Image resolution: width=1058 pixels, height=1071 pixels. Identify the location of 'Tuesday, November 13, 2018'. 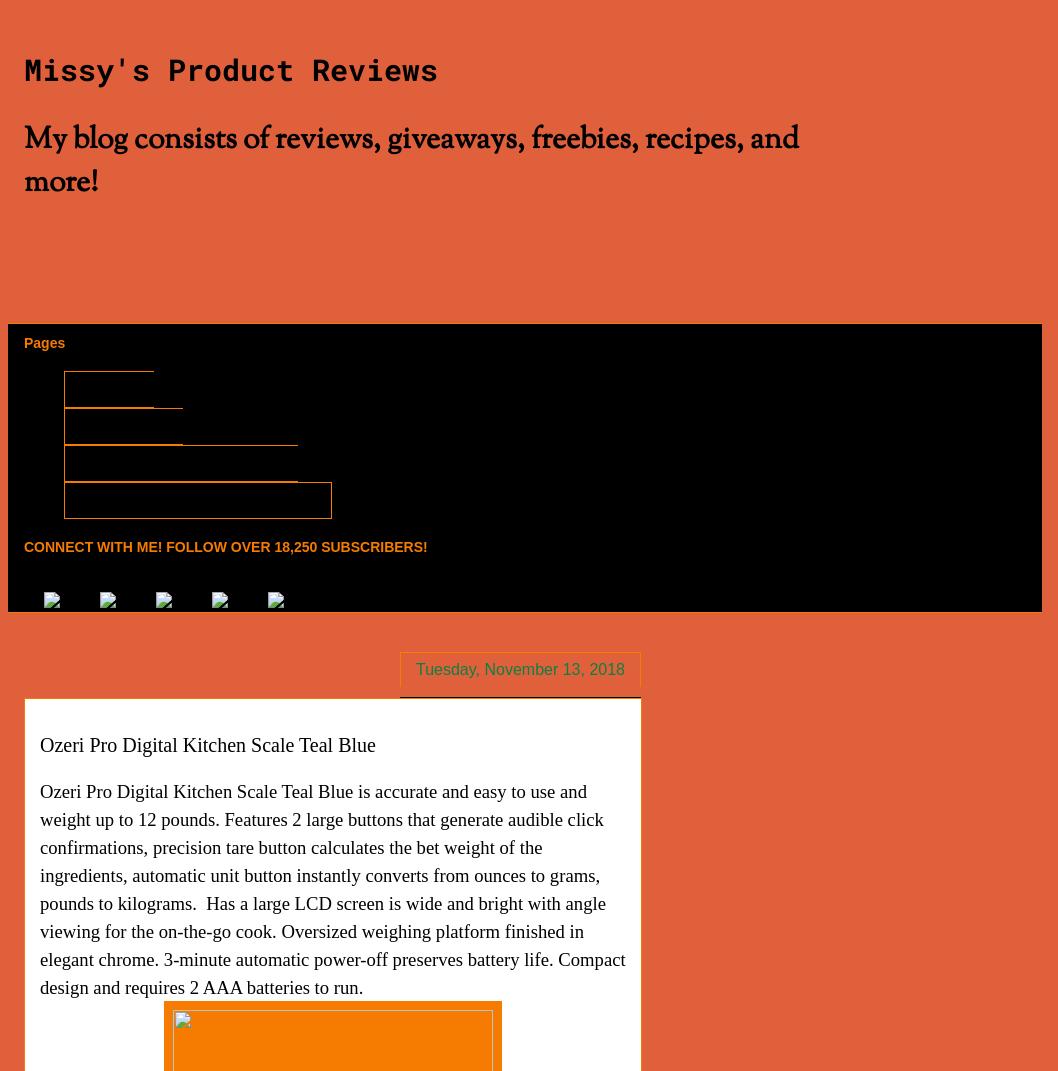
(519, 667).